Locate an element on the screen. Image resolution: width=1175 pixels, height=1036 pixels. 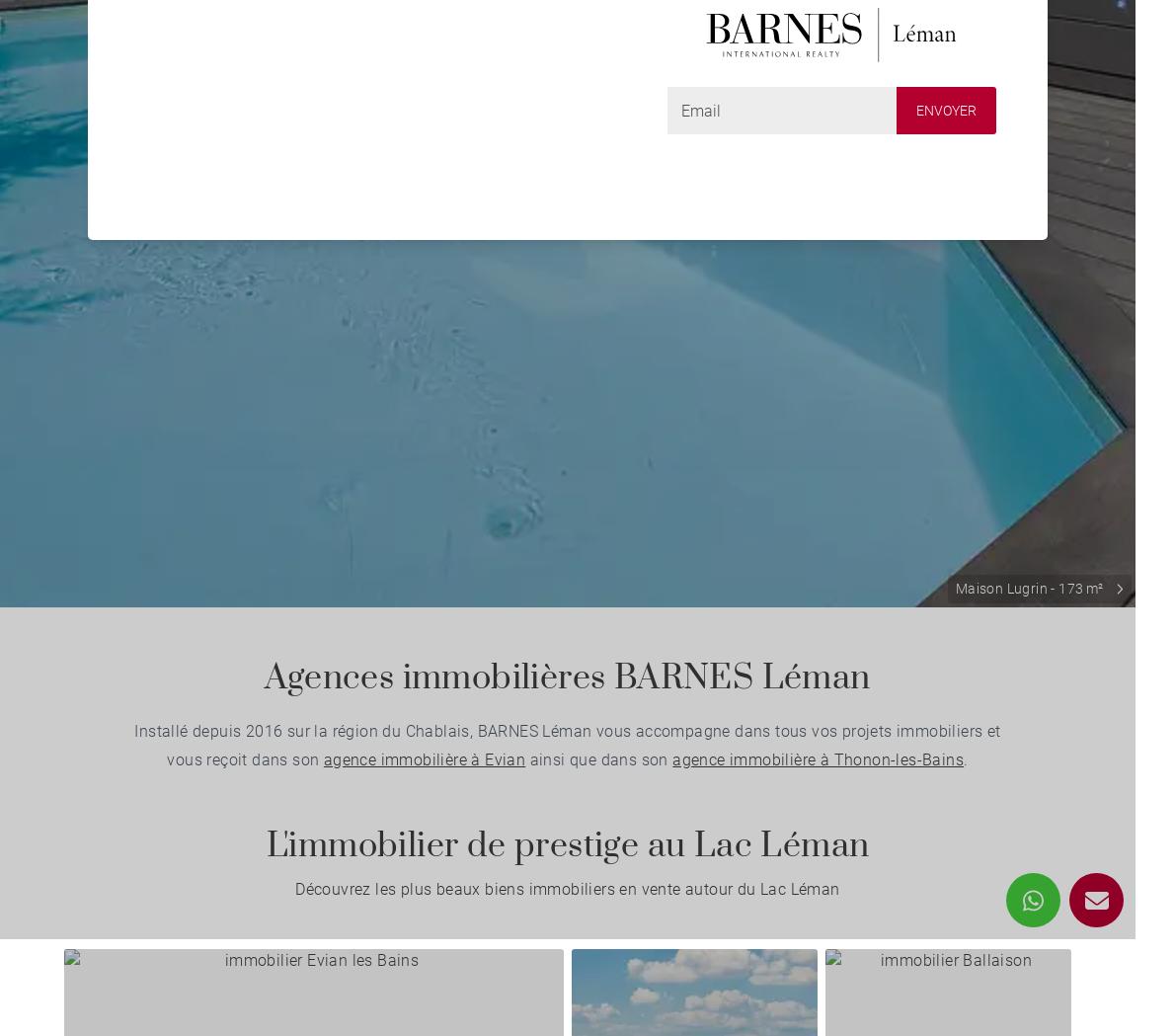
'agence immobilière à Thonon-les-Bains' is located at coordinates (818, 758).